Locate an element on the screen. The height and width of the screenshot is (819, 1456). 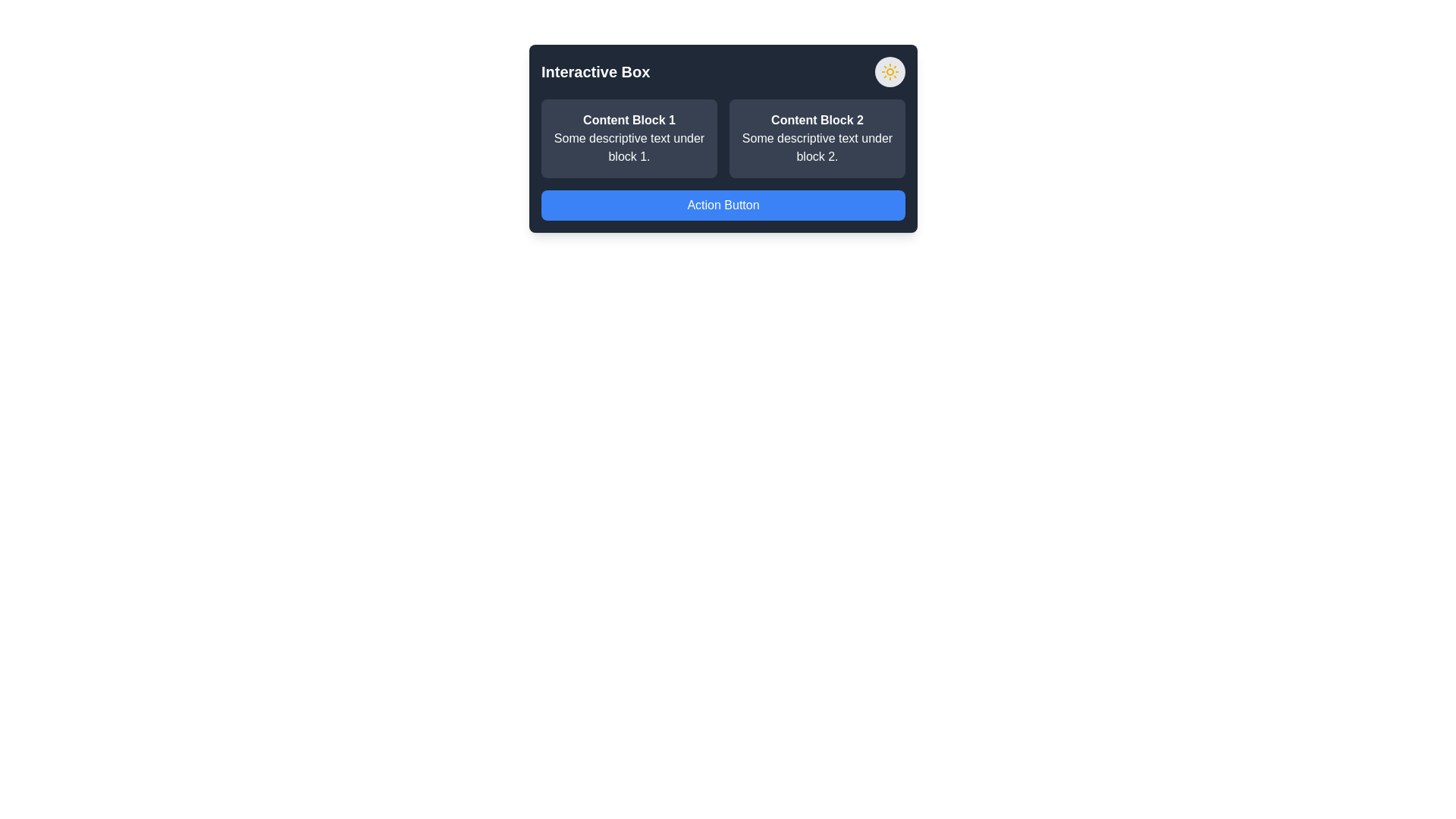
the static text header displaying 'Content Block 2' in bold white font within the dark gray rectangular box, located in the upper part of the right column of the 'Interactive Box' is located at coordinates (817, 119).